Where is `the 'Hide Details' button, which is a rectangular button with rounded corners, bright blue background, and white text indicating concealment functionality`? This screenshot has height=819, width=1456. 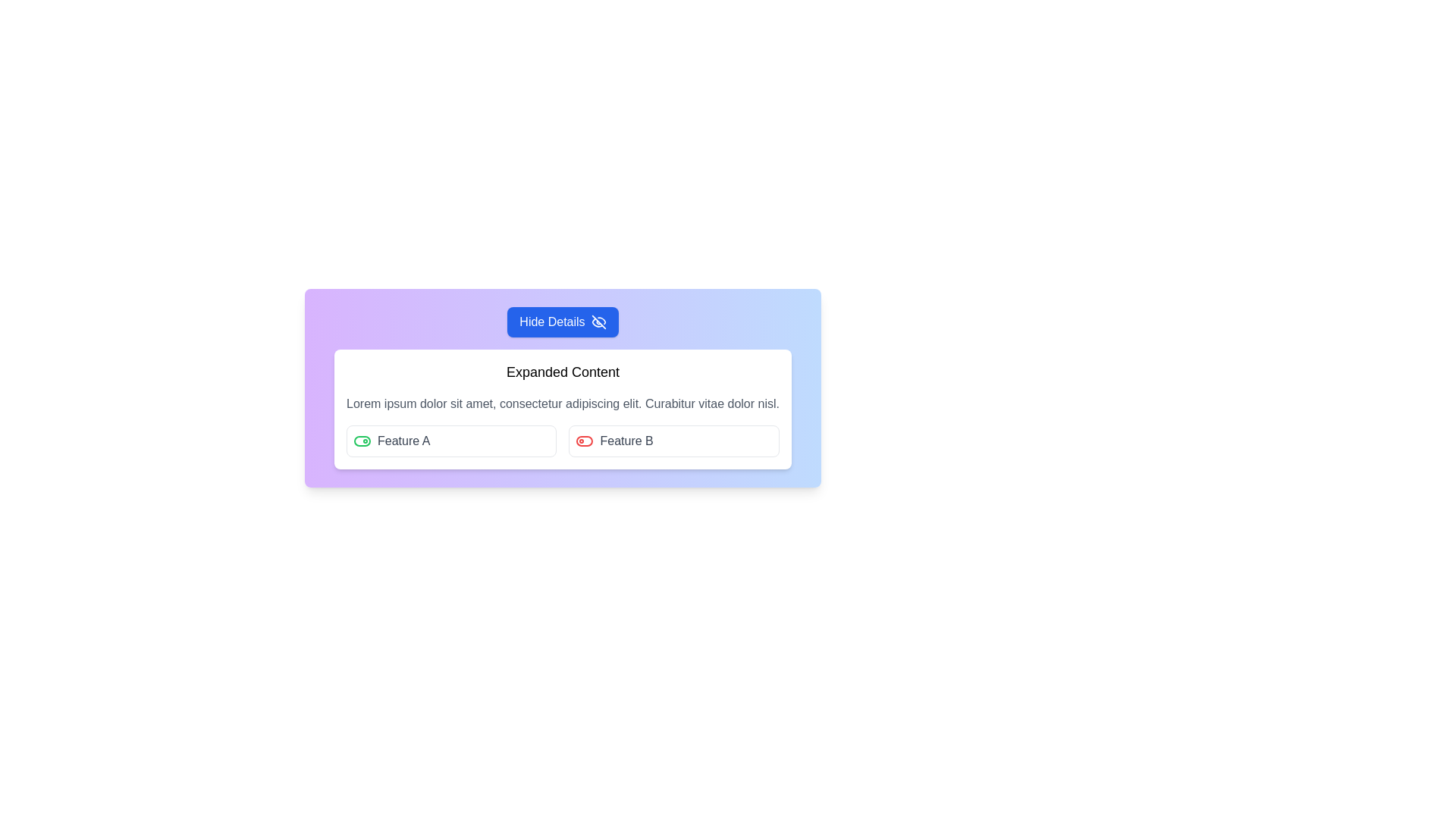
the 'Hide Details' button, which is a rectangular button with rounded corners, bright blue background, and white text indicating concealment functionality is located at coordinates (562, 321).